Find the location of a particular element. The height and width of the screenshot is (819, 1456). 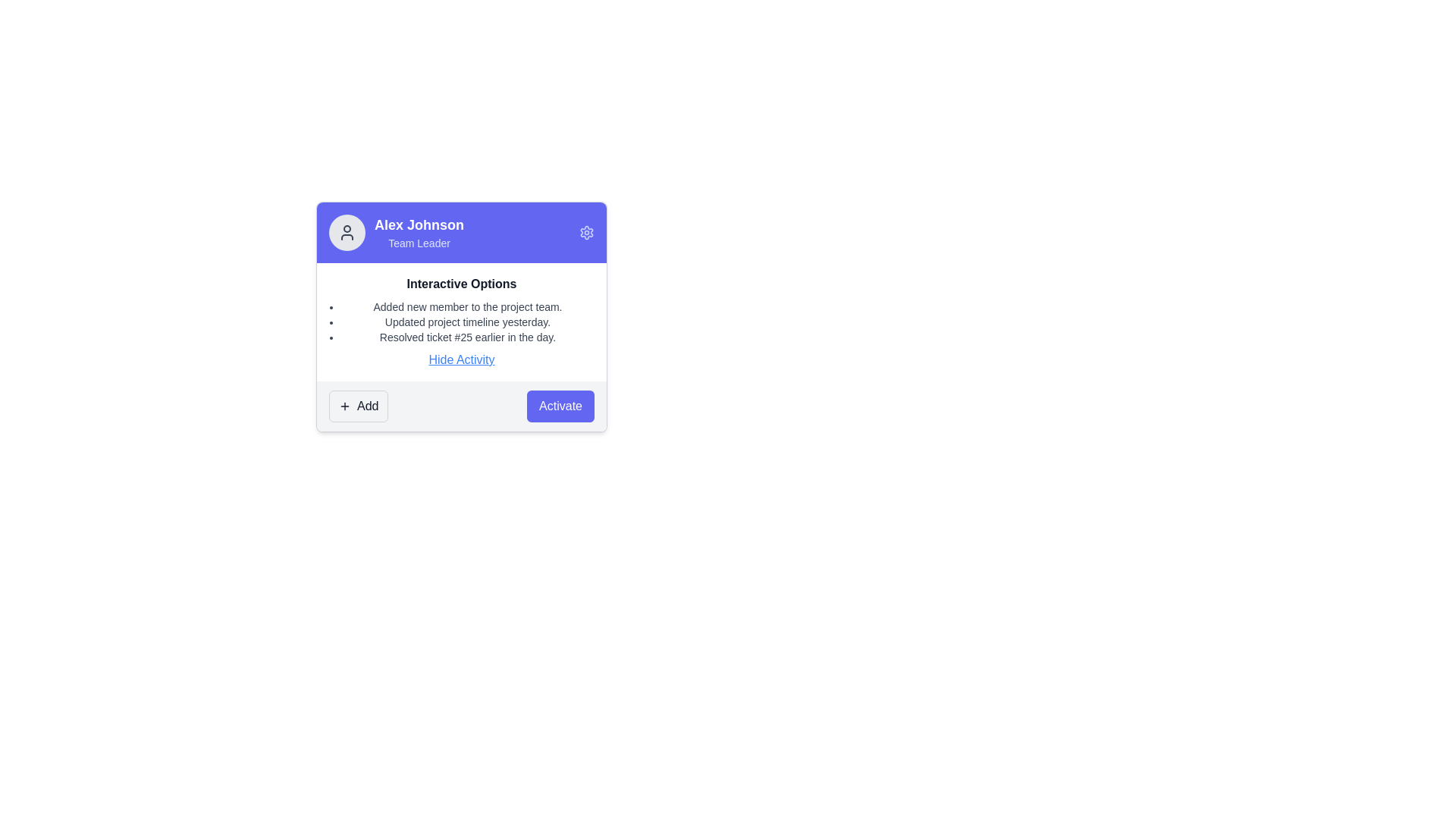

the clickable link that hides activity-related information is located at coordinates (461, 359).